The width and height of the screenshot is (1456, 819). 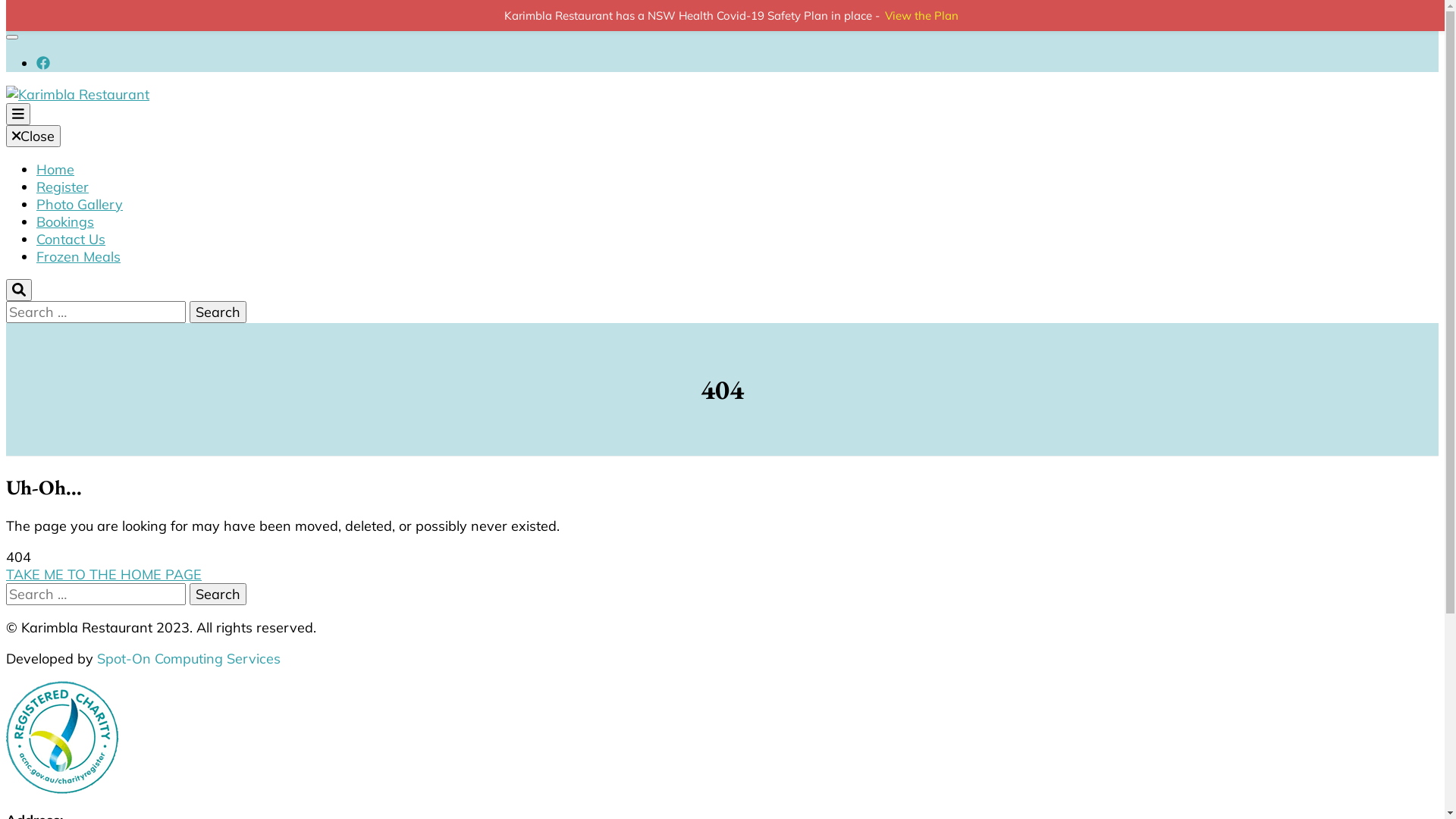 I want to click on 'Frozen Meals', so click(x=77, y=256).